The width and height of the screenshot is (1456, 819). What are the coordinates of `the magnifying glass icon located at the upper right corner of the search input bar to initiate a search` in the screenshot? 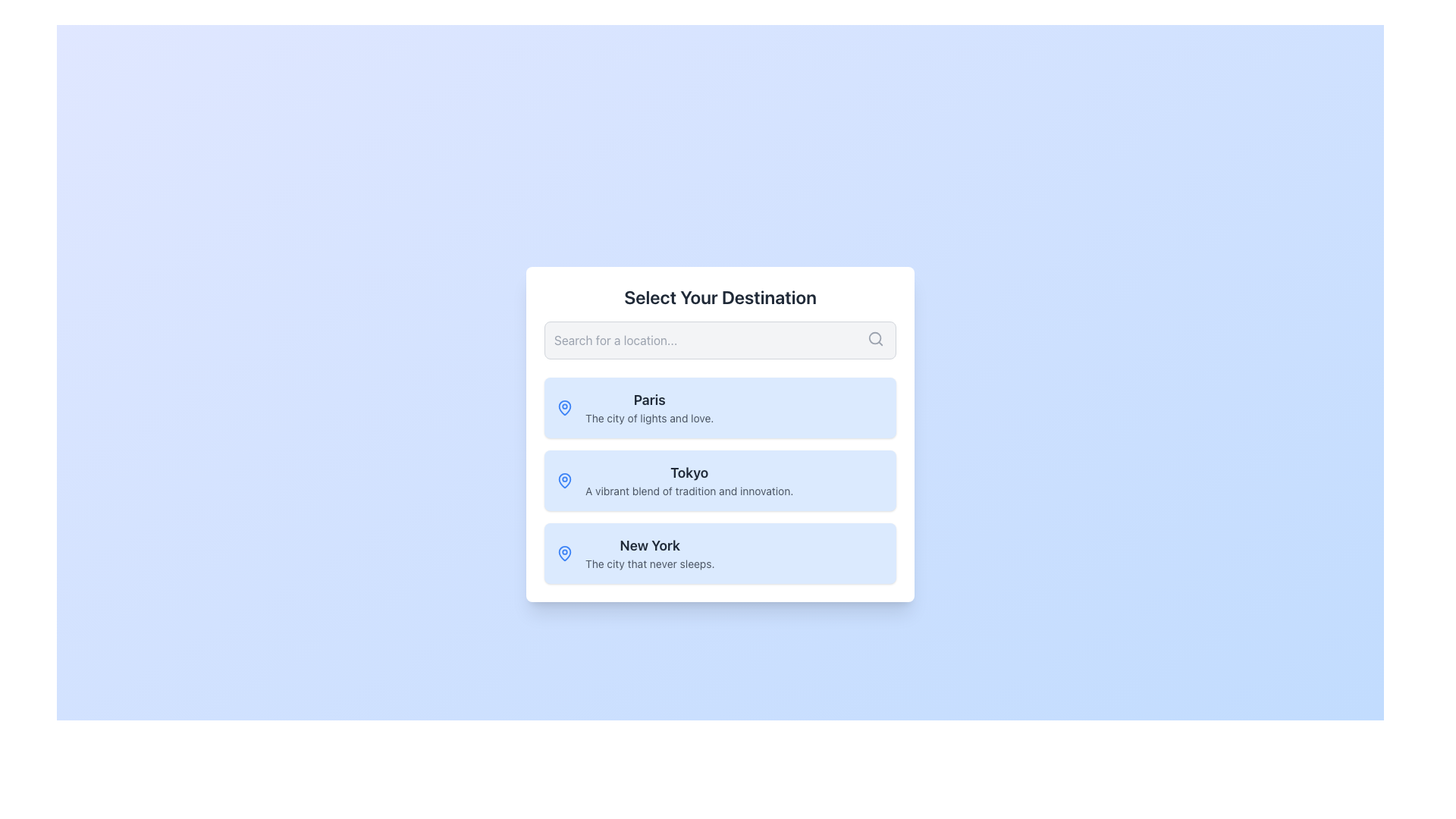 It's located at (876, 338).